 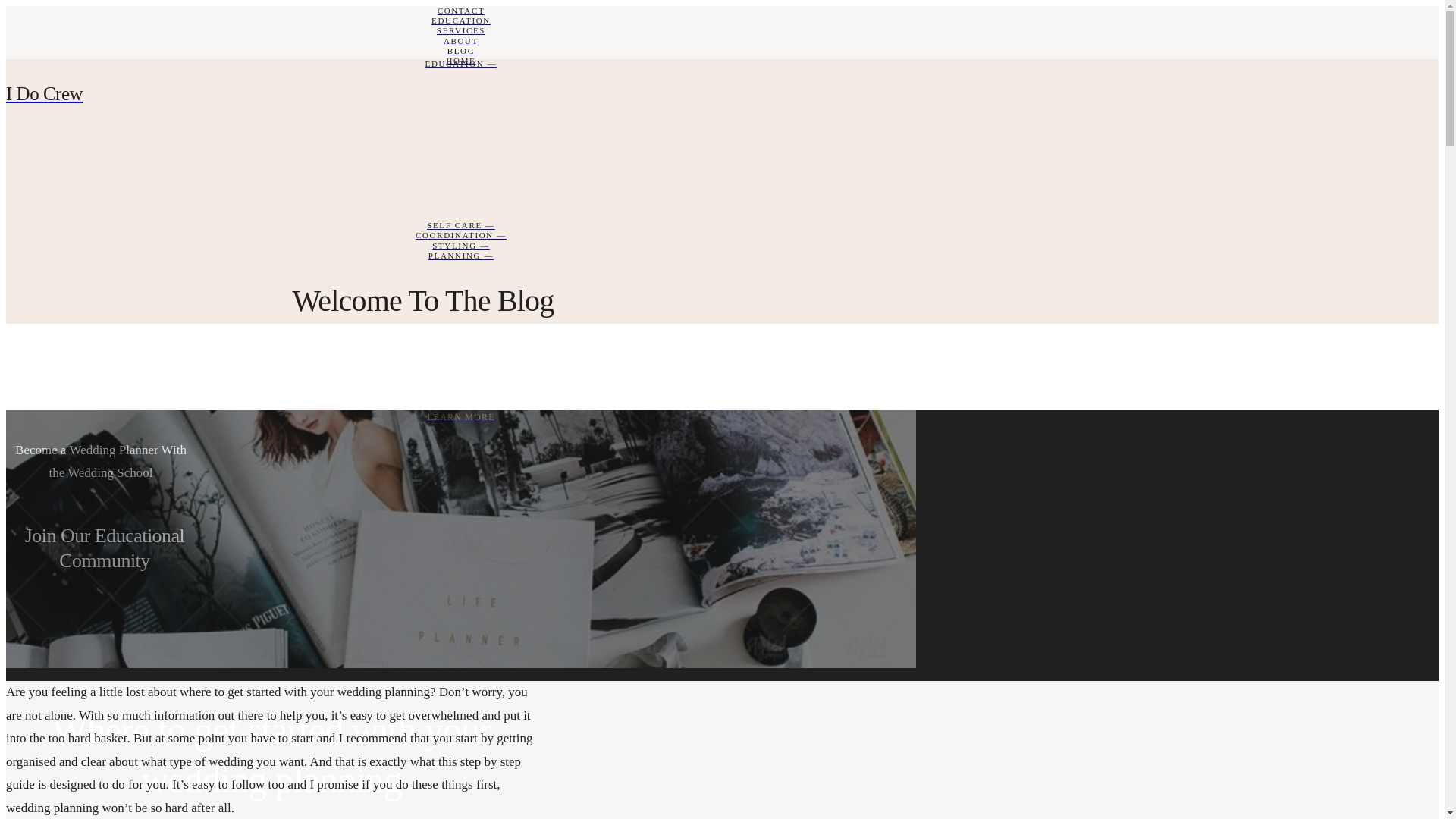 What do you see at coordinates (460, 11) in the screenshot?
I see `'CONTACT'` at bounding box center [460, 11].